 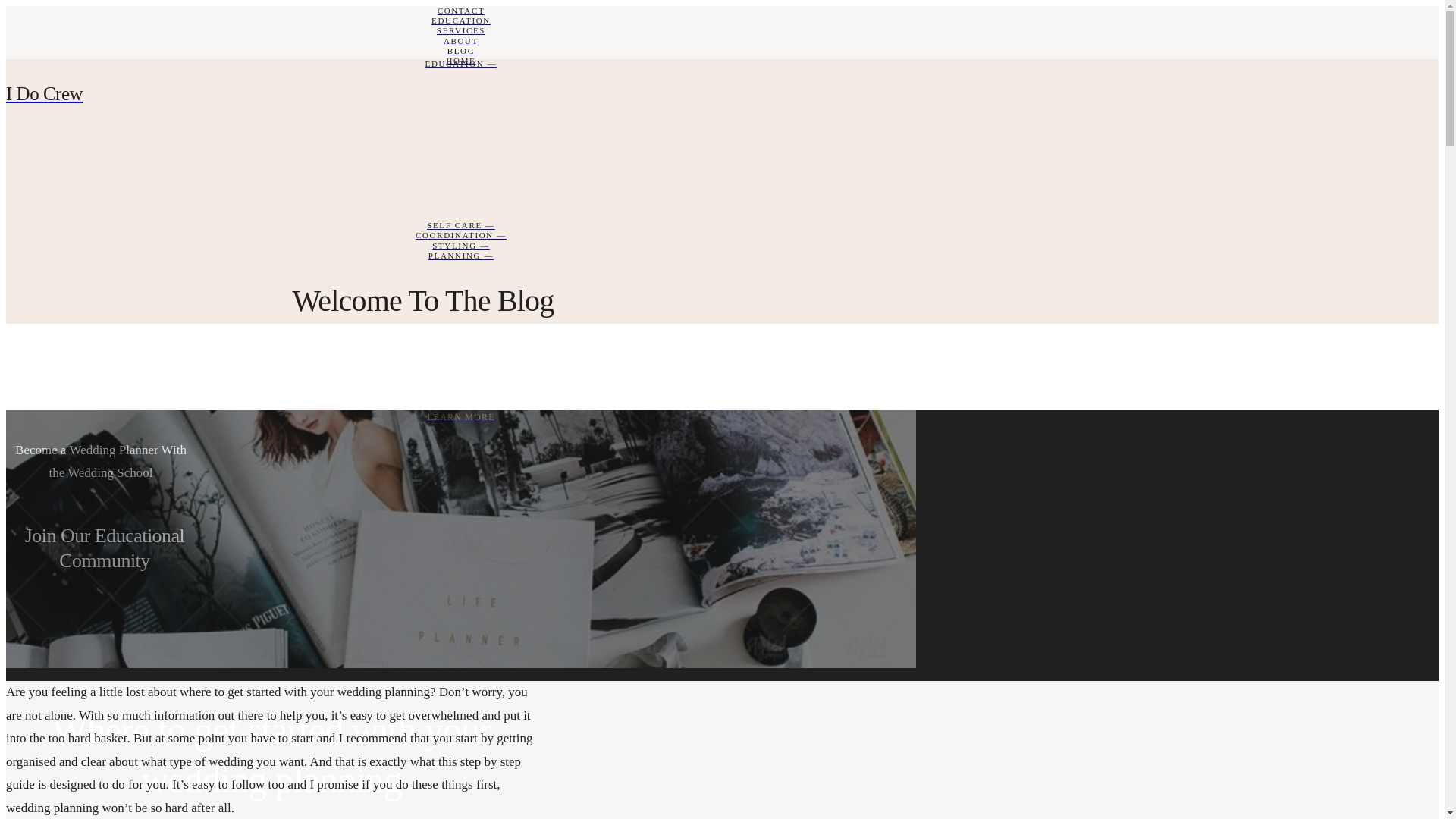 What do you see at coordinates (460, 11) in the screenshot?
I see `'CONTACT'` at bounding box center [460, 11].